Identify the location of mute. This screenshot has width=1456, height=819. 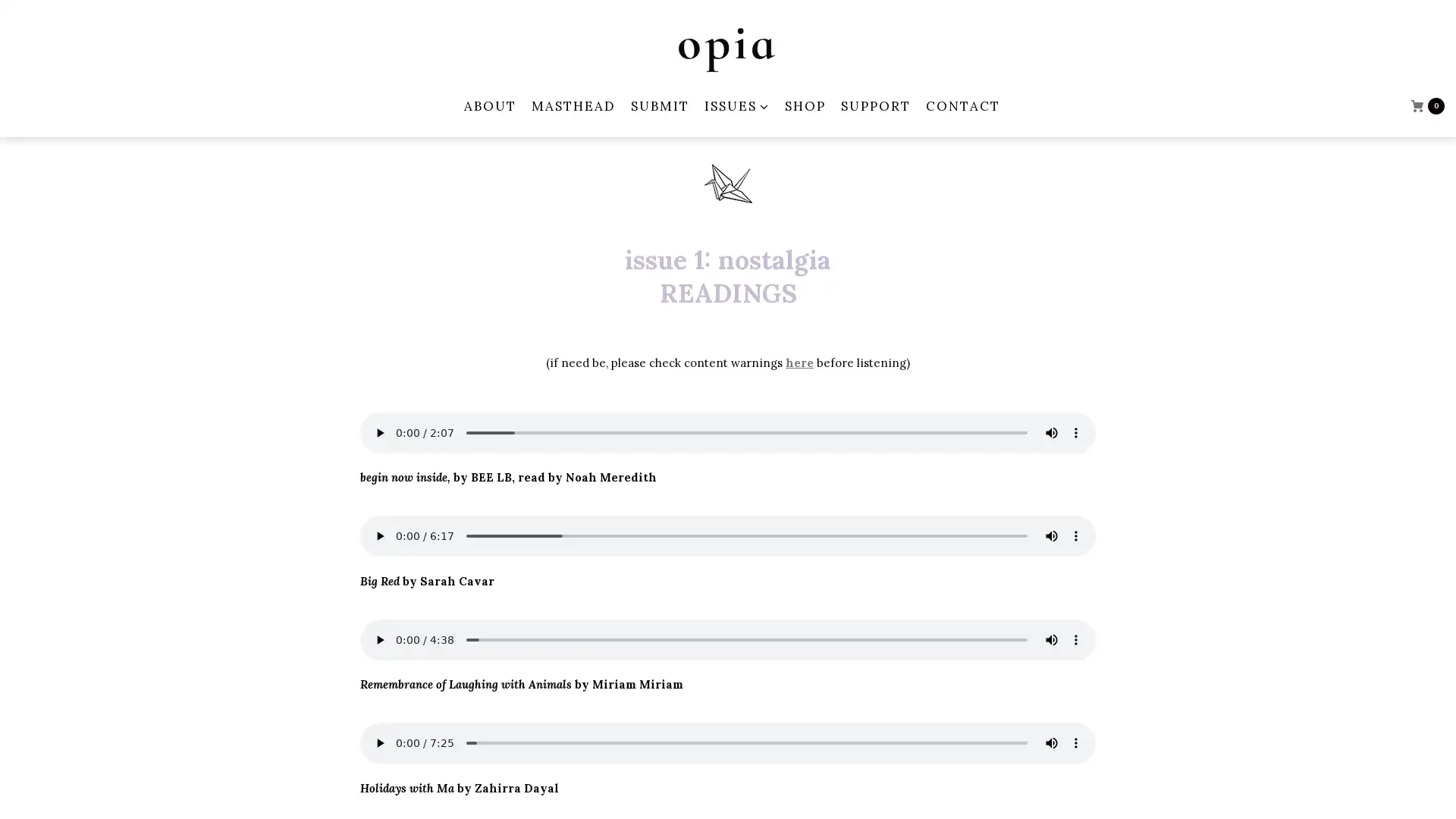
(1051, 535).